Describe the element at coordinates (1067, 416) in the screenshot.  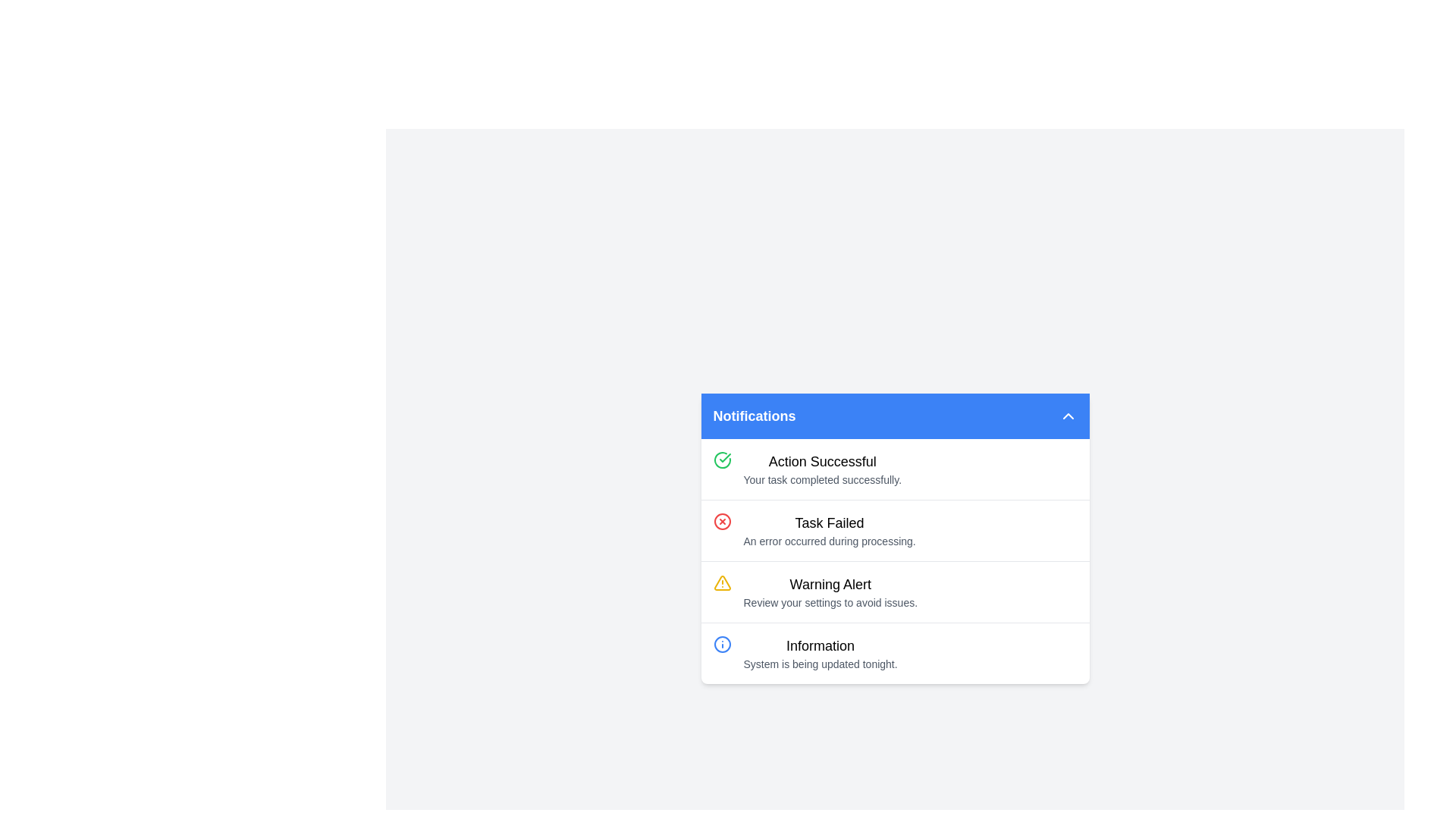
I see `the button located at the top-right corner of the 'Notifications' section` at that location.